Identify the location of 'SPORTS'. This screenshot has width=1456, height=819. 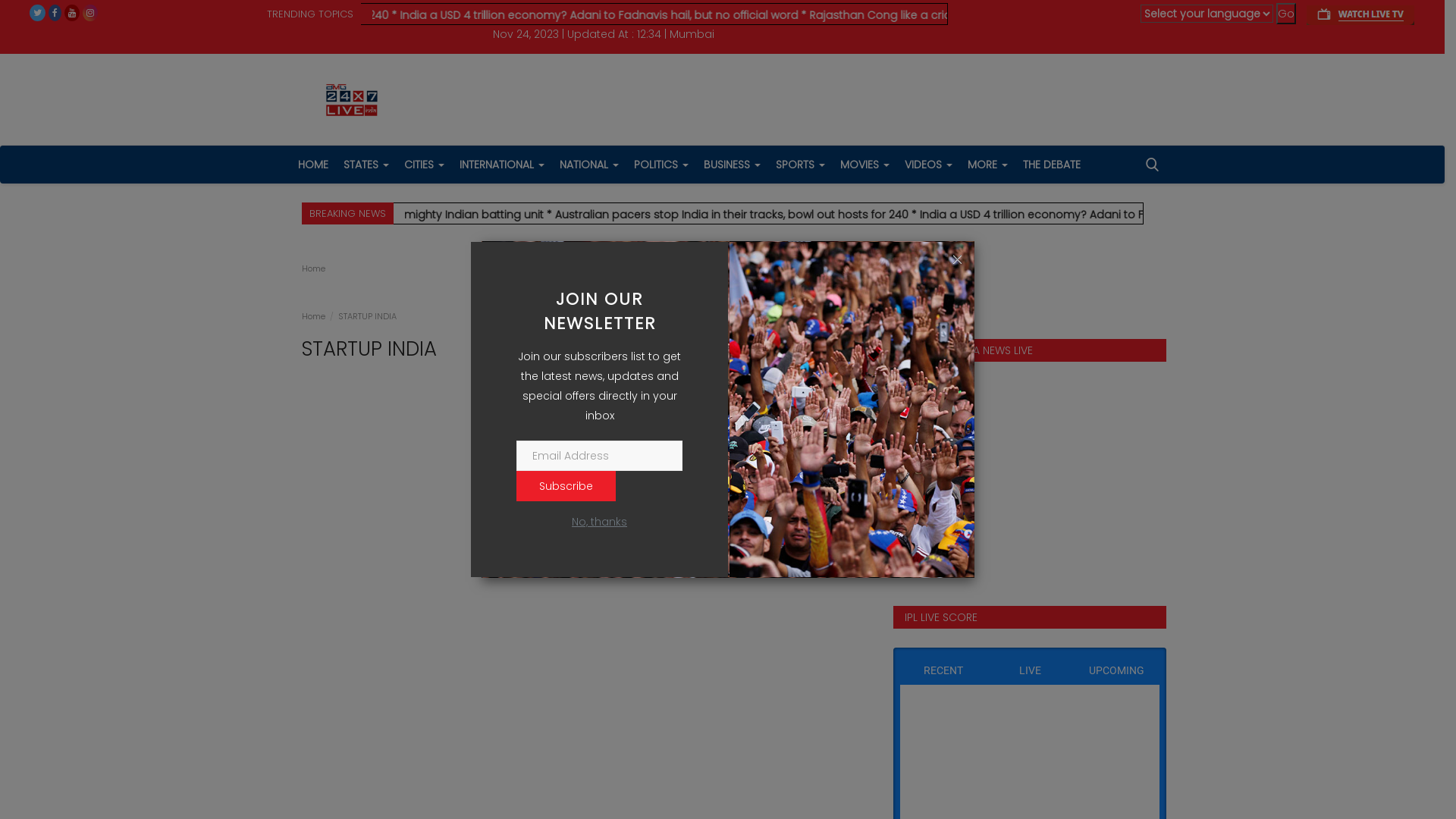
(799, 164).